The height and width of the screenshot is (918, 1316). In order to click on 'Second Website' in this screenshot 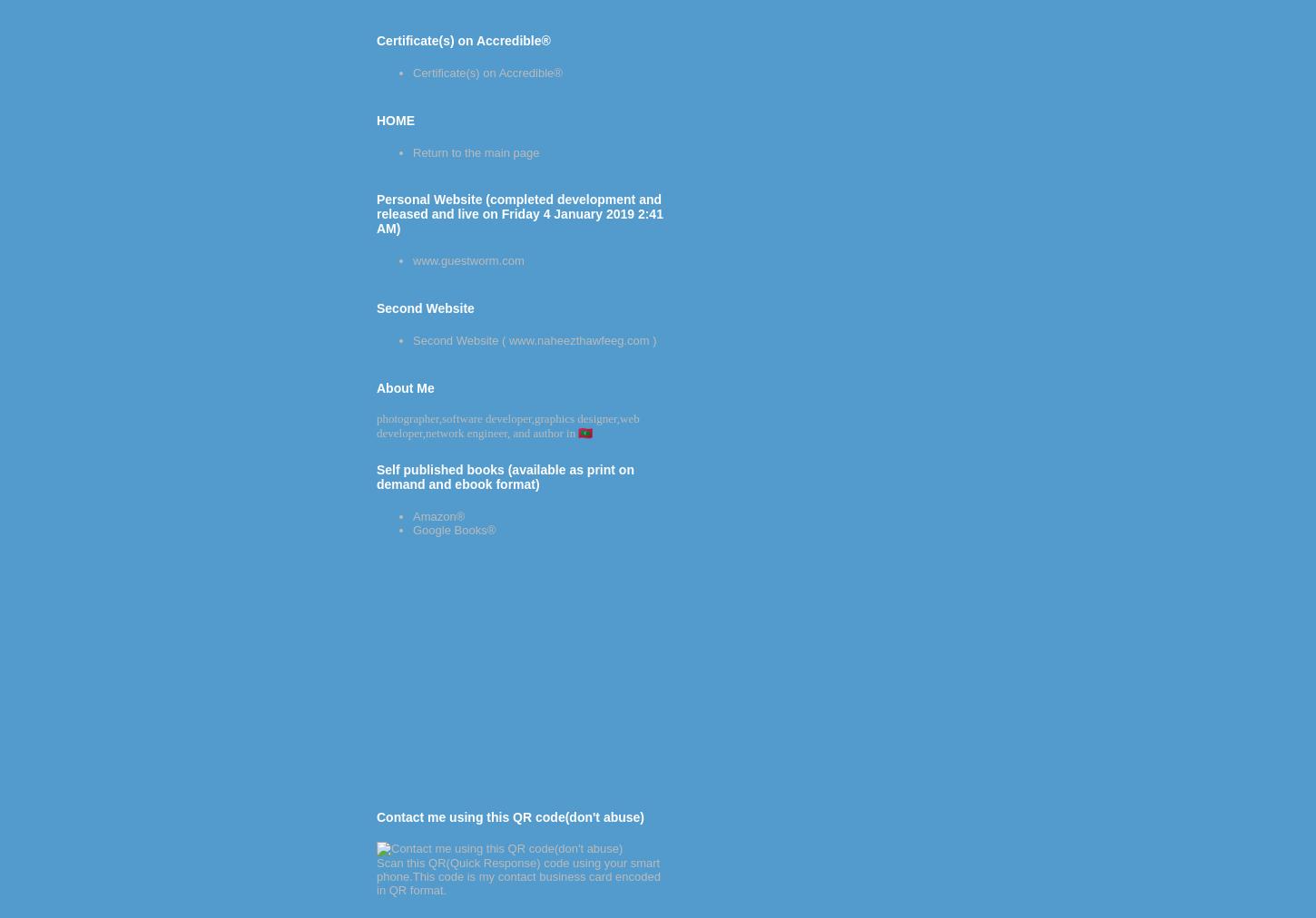, I will do `click(424, 307)`.